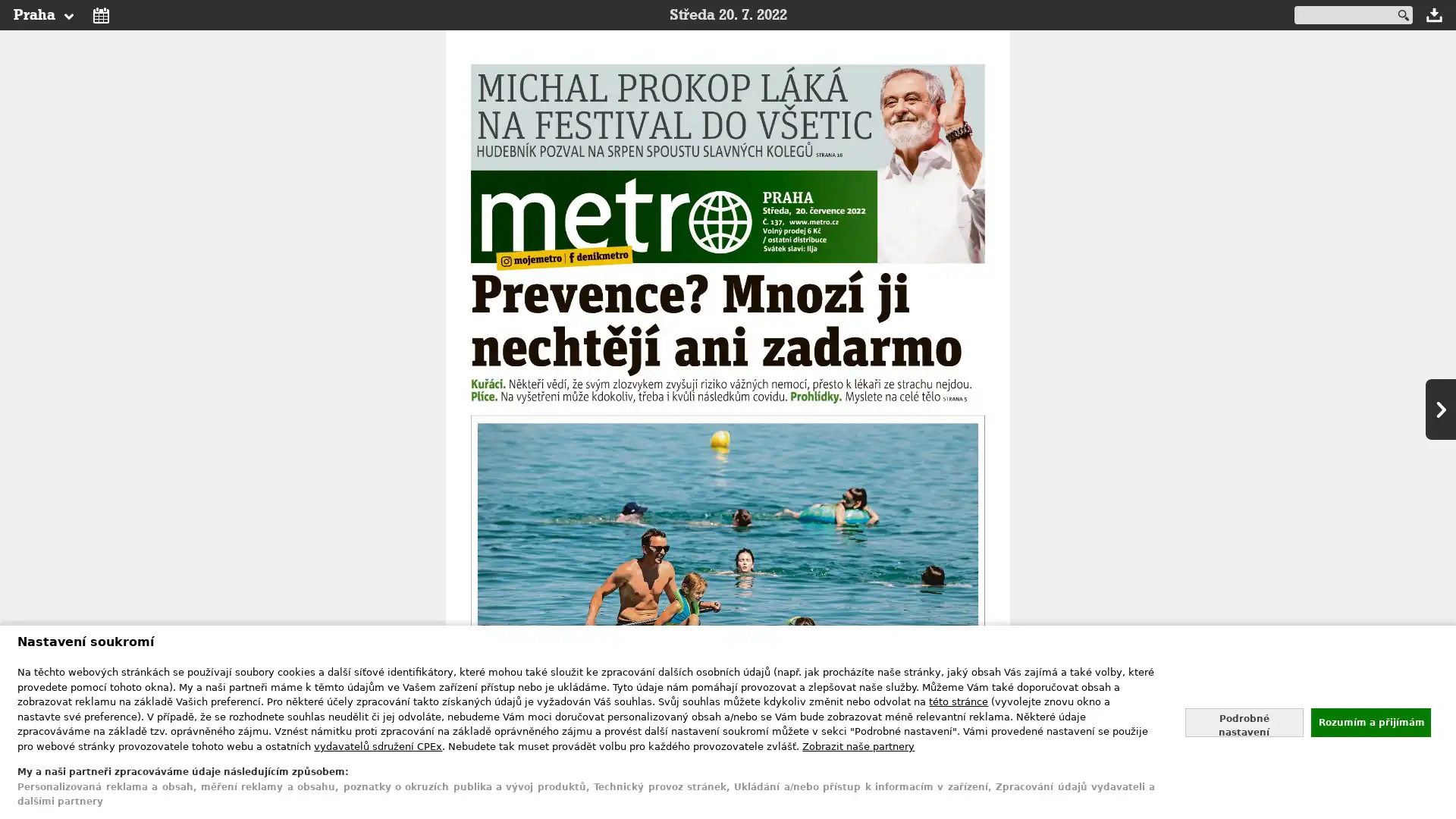 This screenshot has width=1456, height=819. I want to click on Souhlasit s nasim zpracovanim udaju a zavrit, so click(1370, 721).